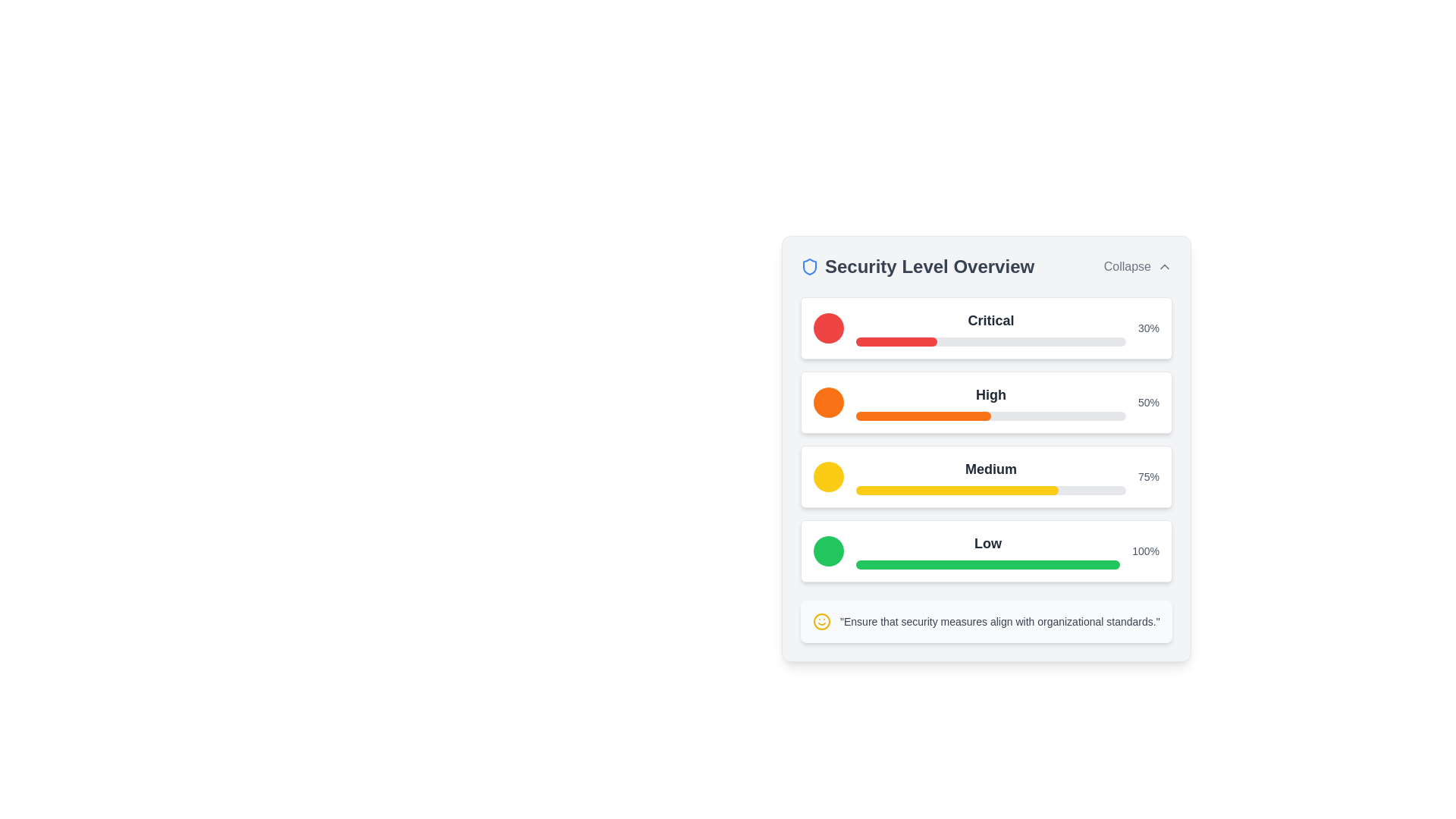  What do you see at coordinates (828, 551) in the screenshot?
I see `the visual indicator for the 'Low' security level in the 'Security Level Overview' component, which is the fourth item vertically` at bounding box center [828, 551].